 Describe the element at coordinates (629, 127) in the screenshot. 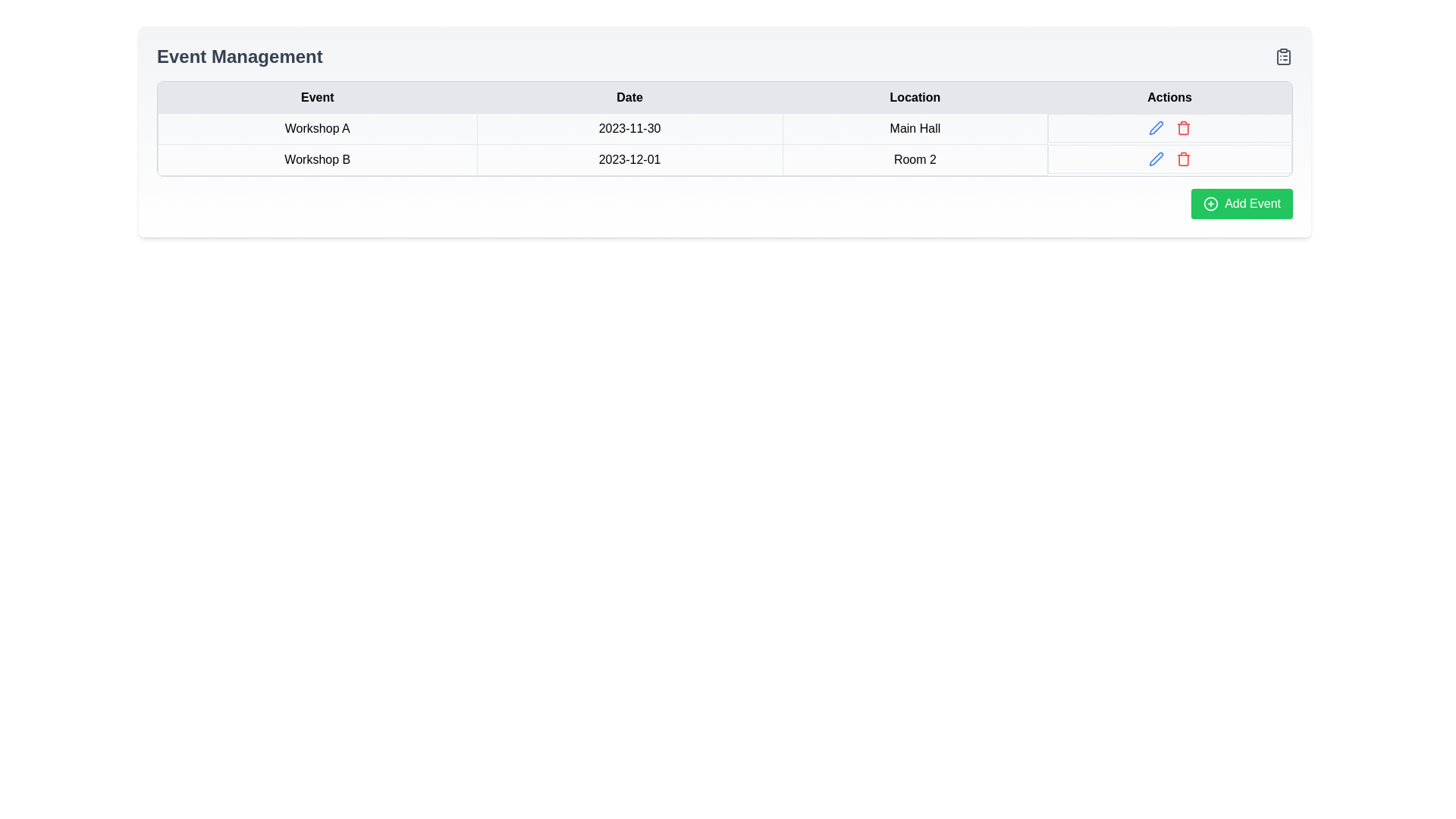

I see `the text element displaying the date for 'Workshop A' in the second column of the table under the 'Date' header` at that location.